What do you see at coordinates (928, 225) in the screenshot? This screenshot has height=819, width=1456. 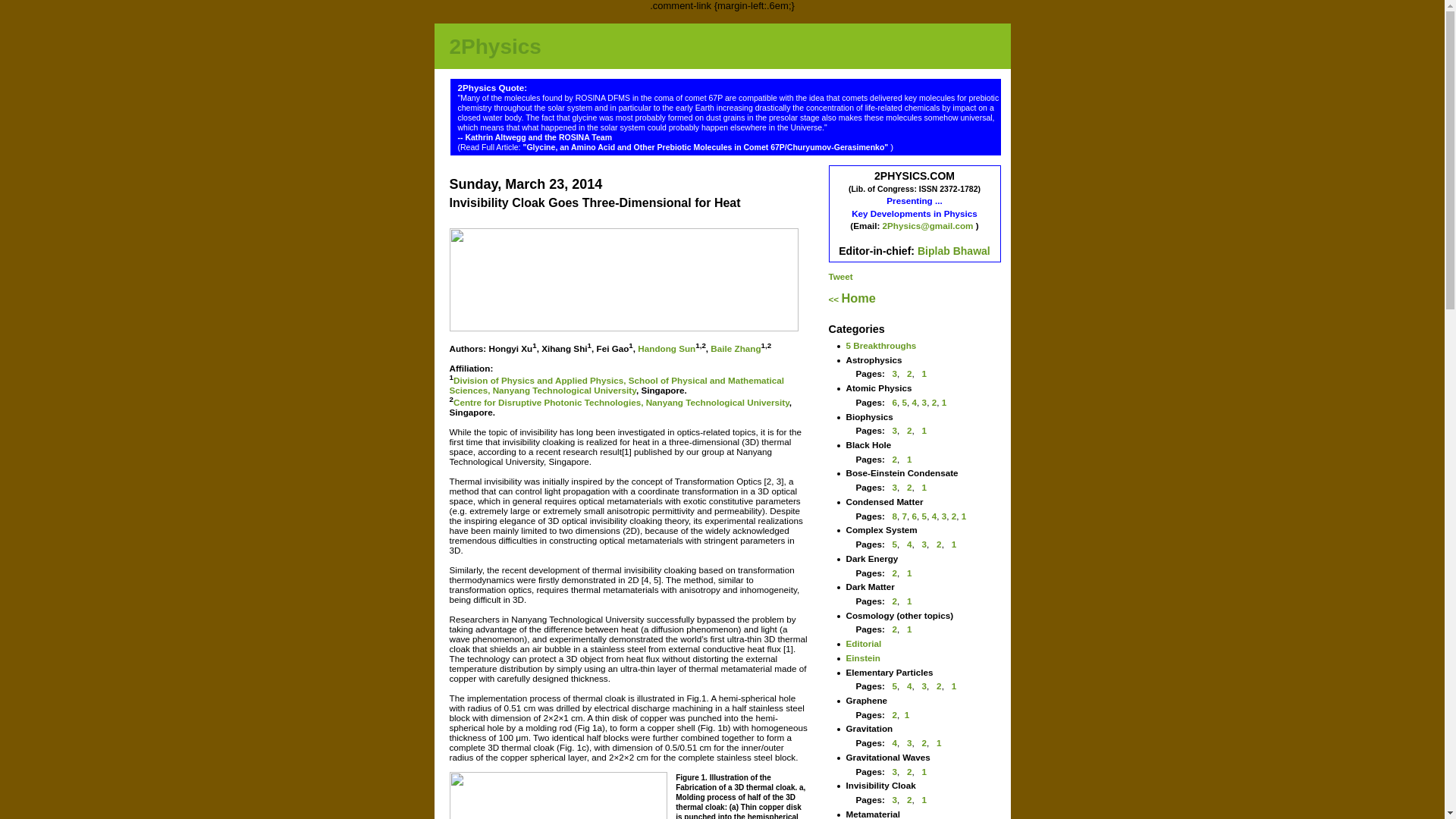 I see `'2Physics@gmail.com'` at bounding box center [928, 225].